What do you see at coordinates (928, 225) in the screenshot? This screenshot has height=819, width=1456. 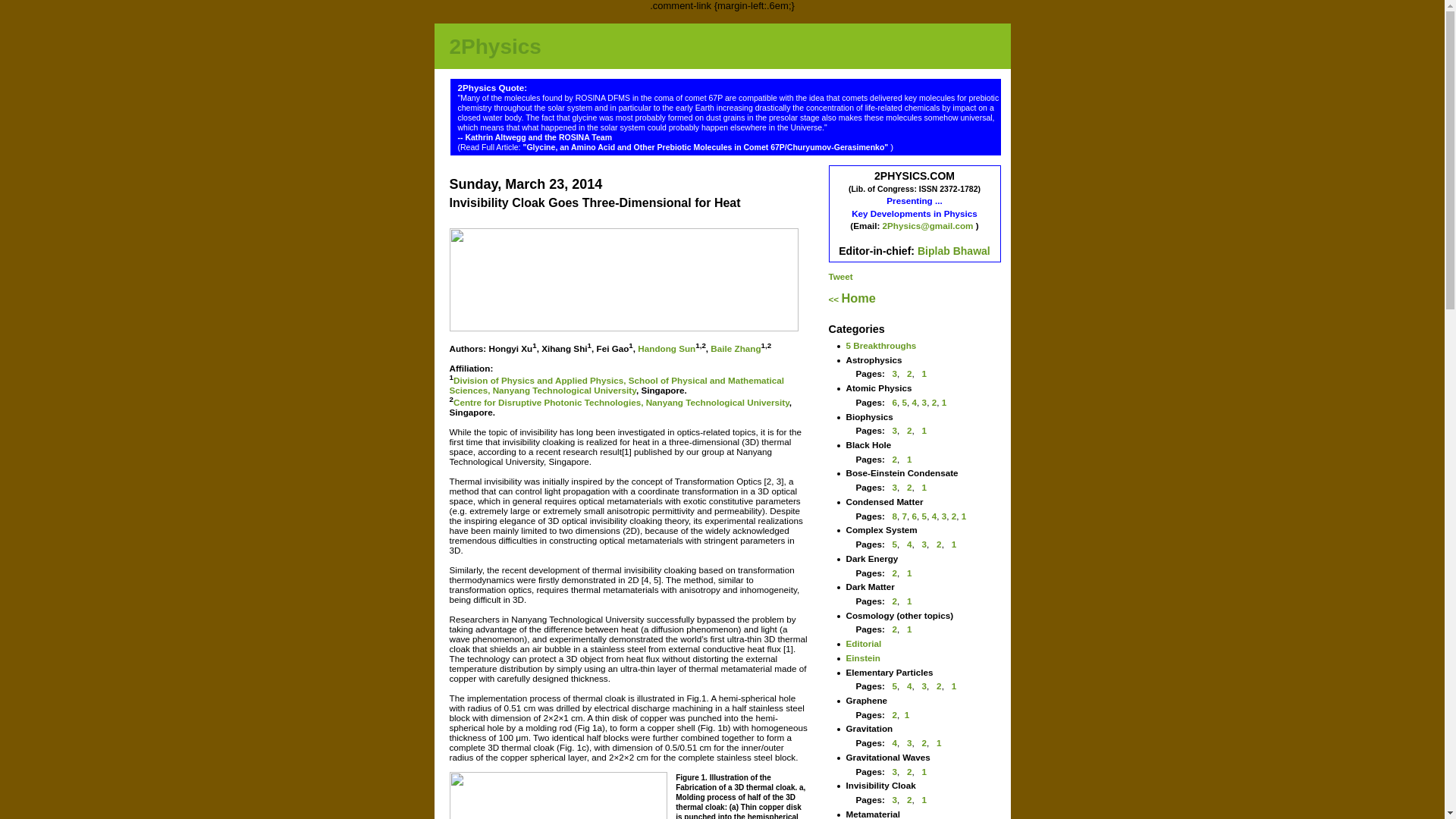 I see `'2Physics@gmail.com'` at bounding box center [928, 225].